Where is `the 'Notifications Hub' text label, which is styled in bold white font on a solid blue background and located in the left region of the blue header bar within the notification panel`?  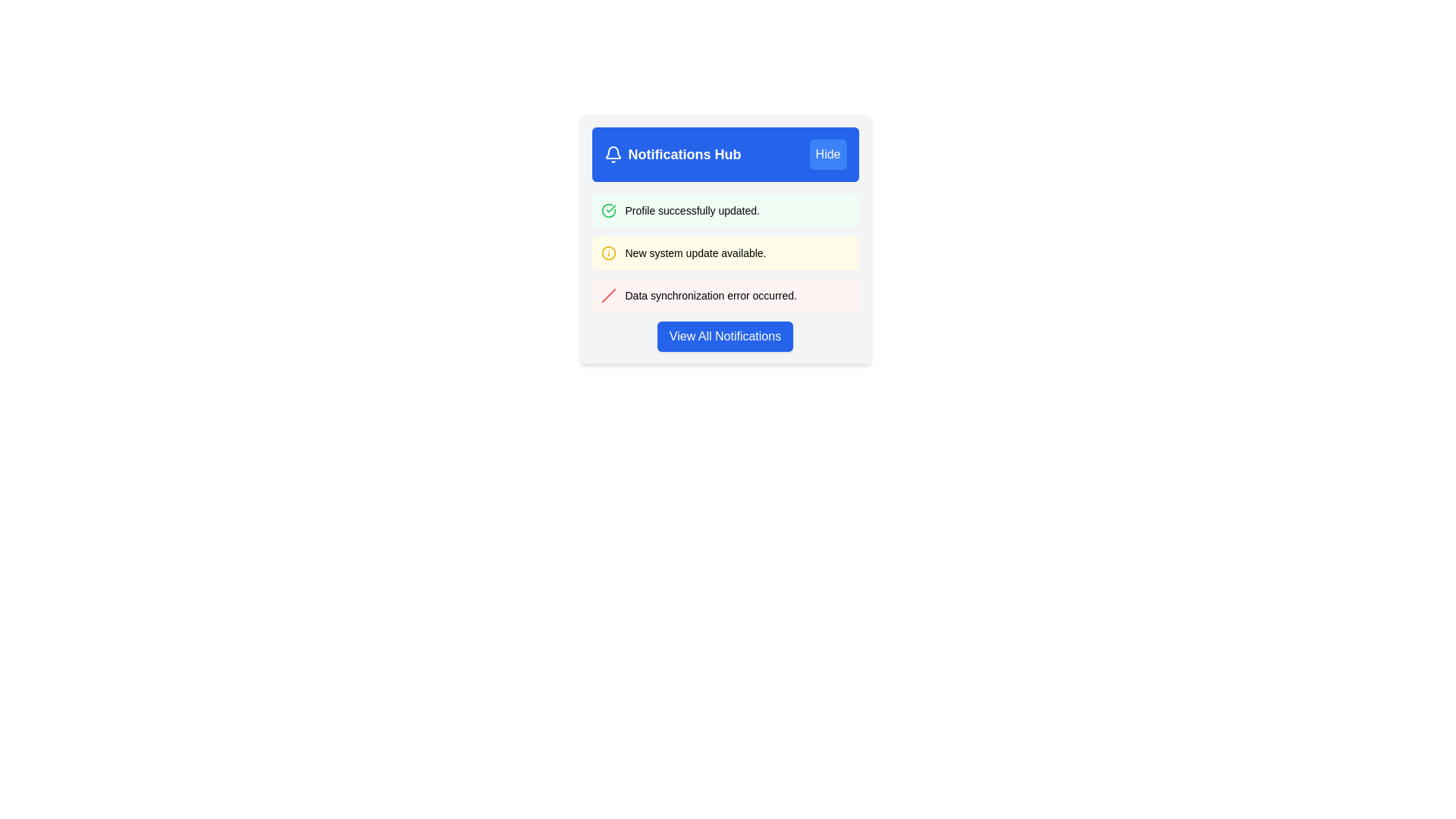 the 'Notifications Hub' text label, which is styled in bold white font on a solid blue background and located in the left region of the blue header bar within the notification panel is located at coordinates (672, 155).